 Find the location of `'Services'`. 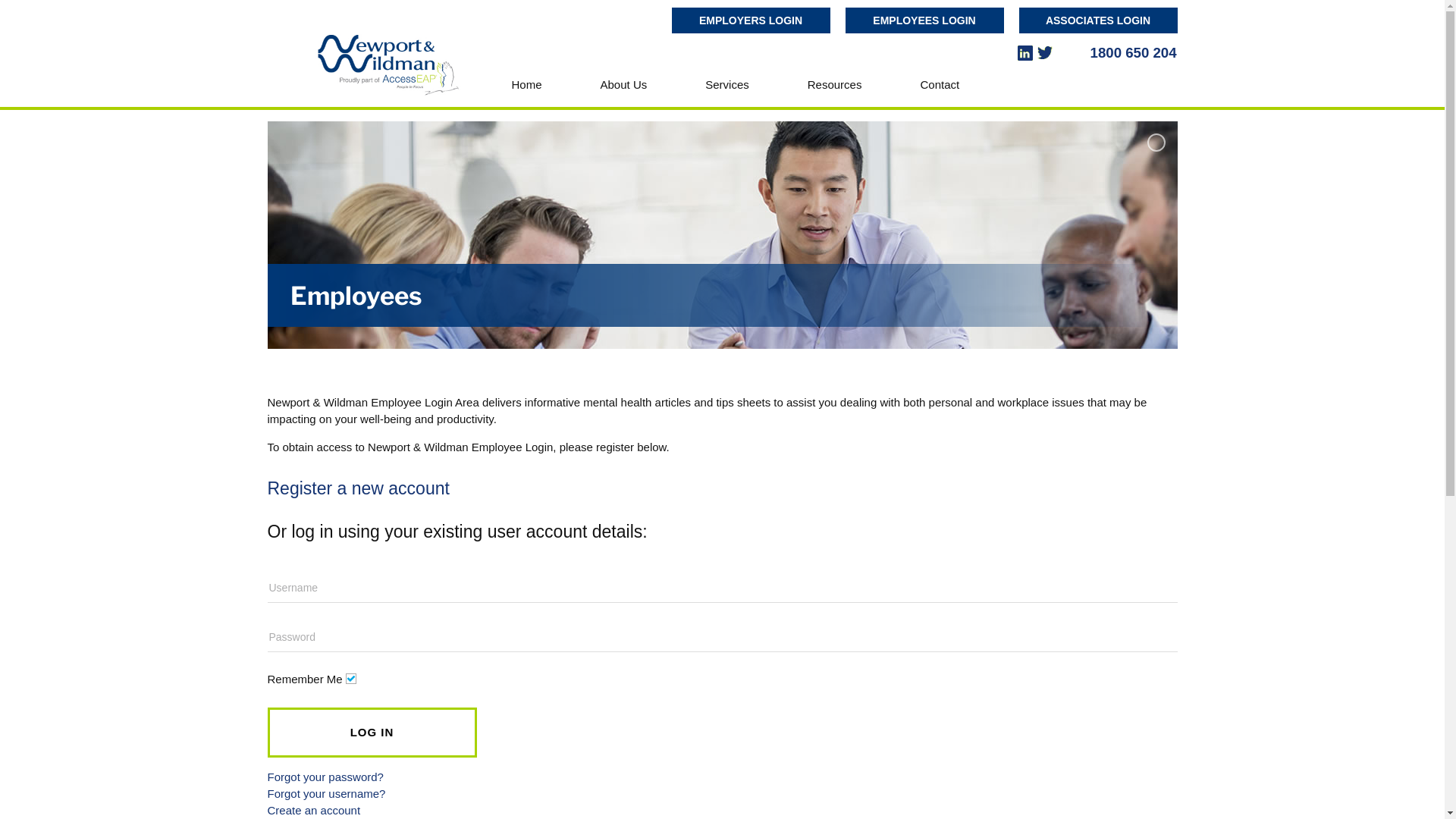

'Services' is located at coordinates (726, 84).